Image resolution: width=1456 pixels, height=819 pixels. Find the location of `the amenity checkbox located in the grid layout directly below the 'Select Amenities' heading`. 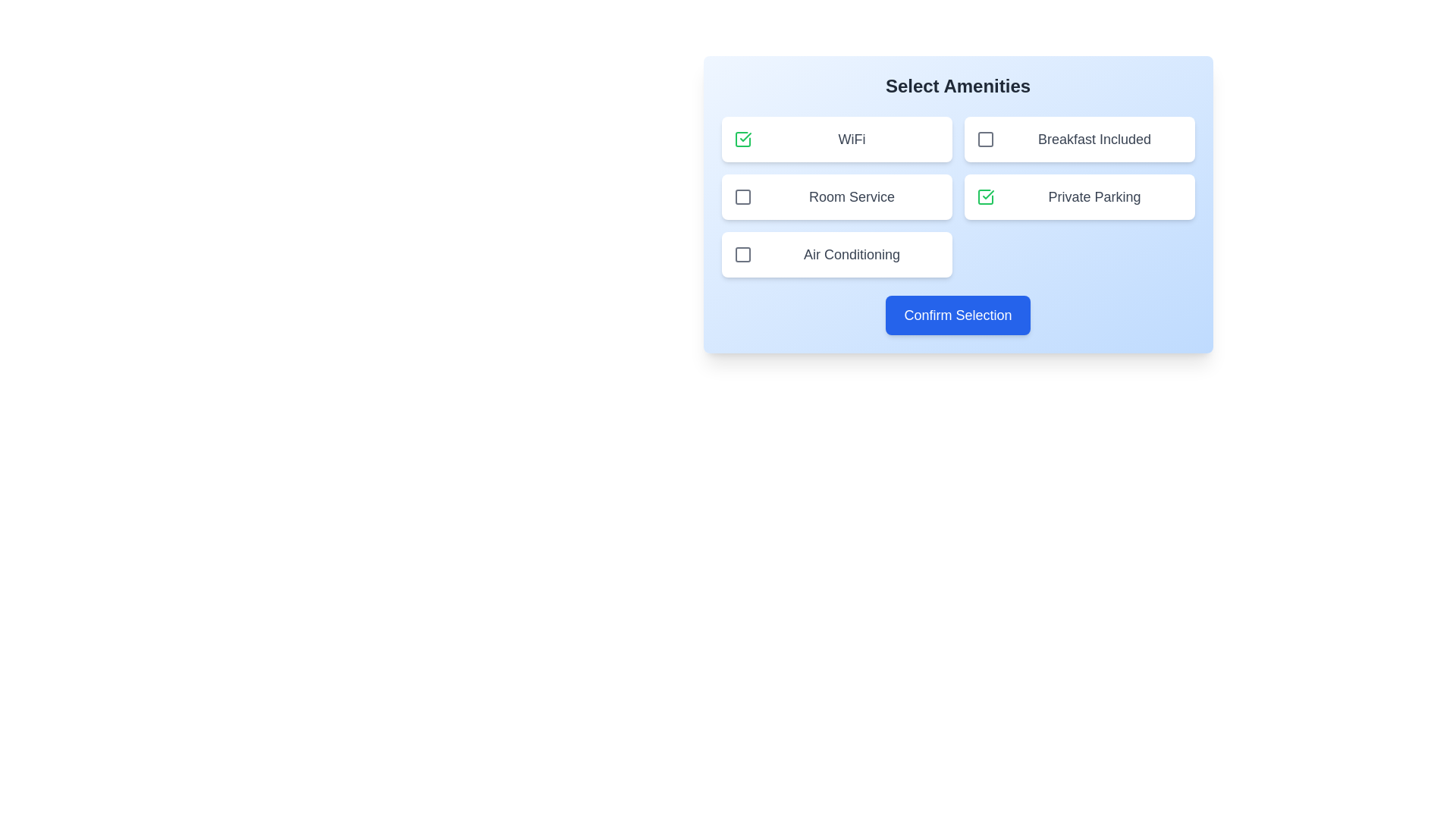

the amenity checkbox located in the grid layout directly below the 'Select Amenities' heading is located at coordinates (957, 196).